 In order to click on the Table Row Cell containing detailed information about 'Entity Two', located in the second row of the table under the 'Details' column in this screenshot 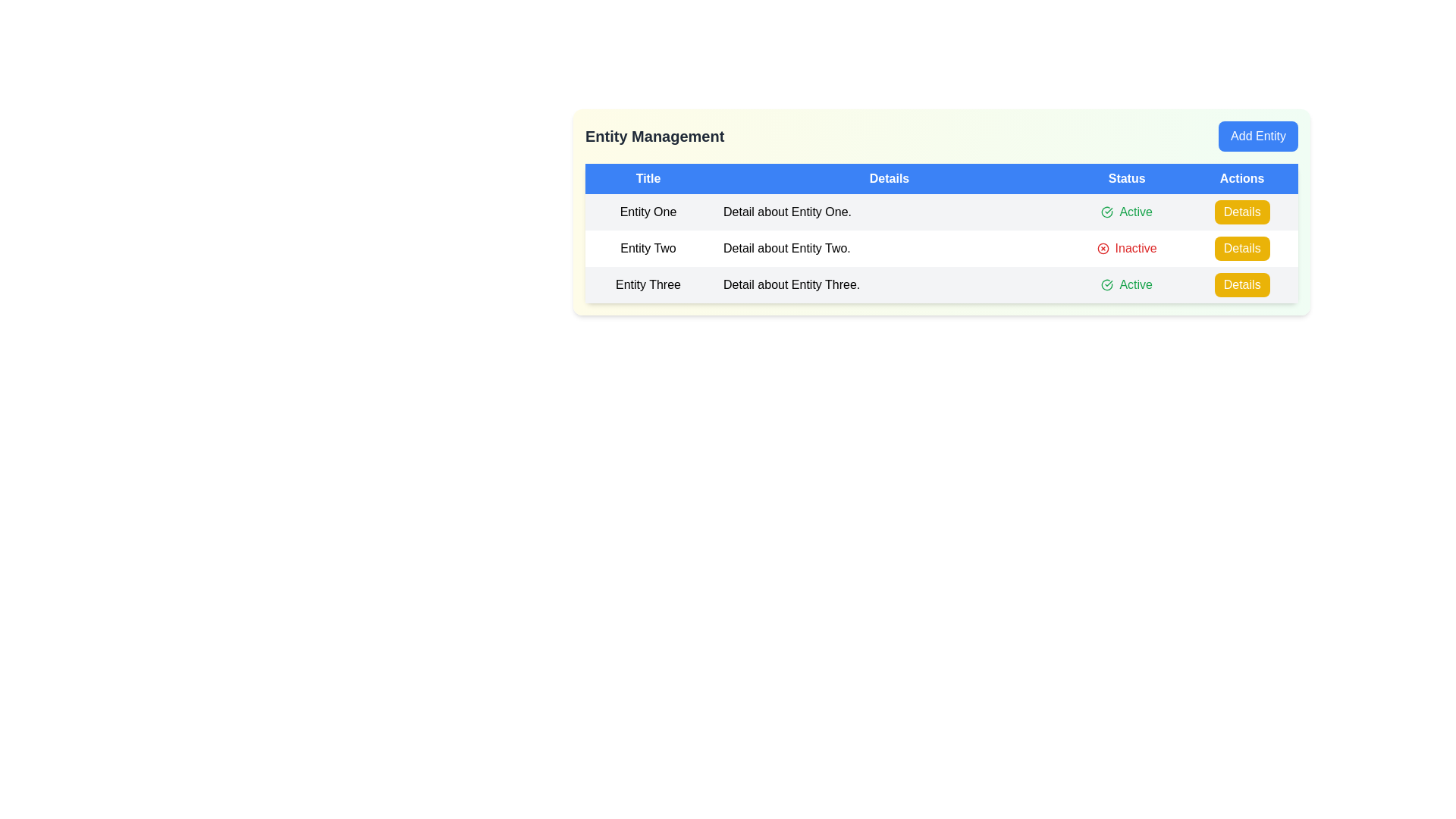, I will do `click(941, 247)`.